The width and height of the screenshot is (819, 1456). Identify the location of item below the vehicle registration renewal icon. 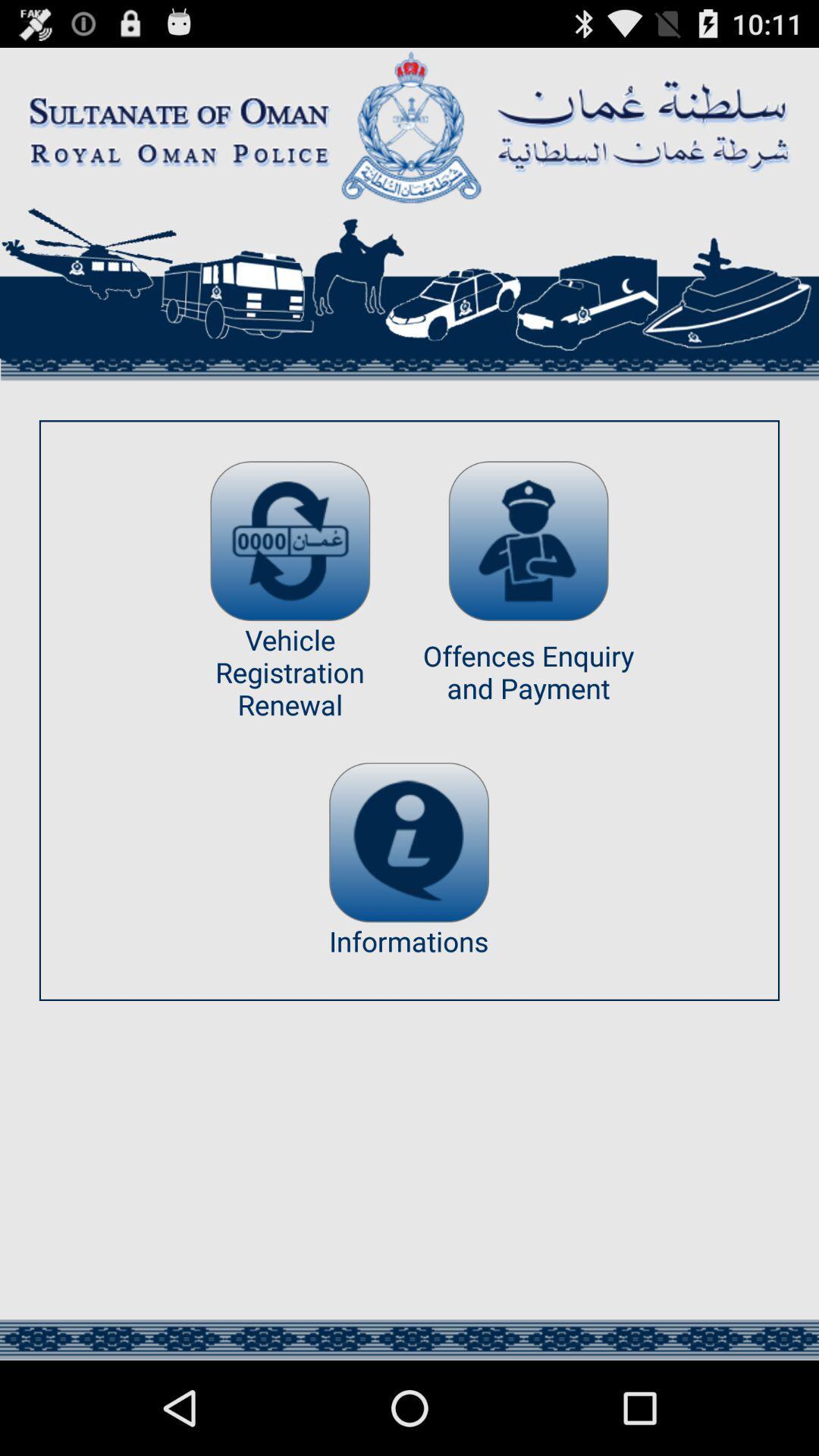
(408, 842).